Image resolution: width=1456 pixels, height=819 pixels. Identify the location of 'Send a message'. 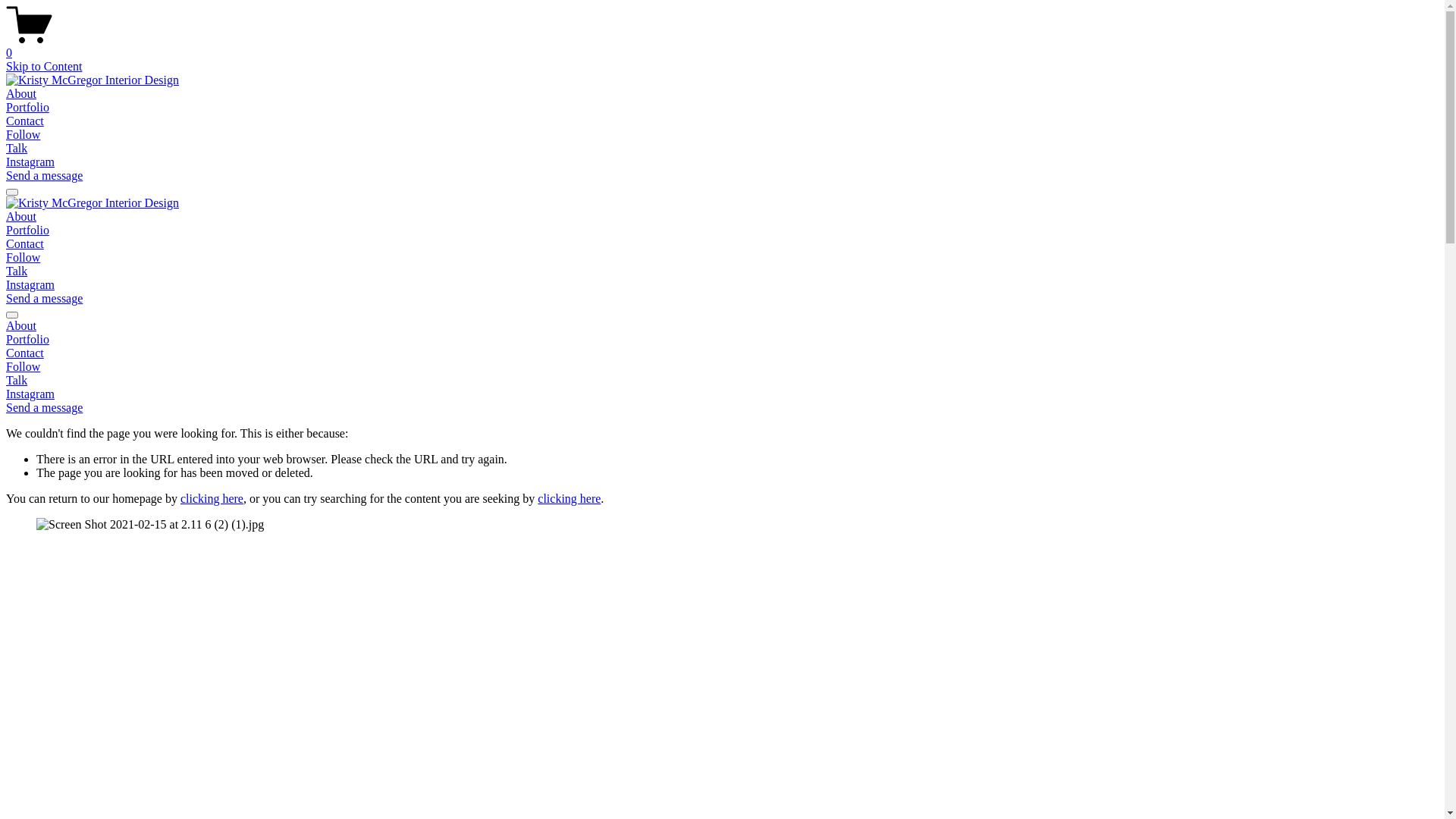
(44, 174).